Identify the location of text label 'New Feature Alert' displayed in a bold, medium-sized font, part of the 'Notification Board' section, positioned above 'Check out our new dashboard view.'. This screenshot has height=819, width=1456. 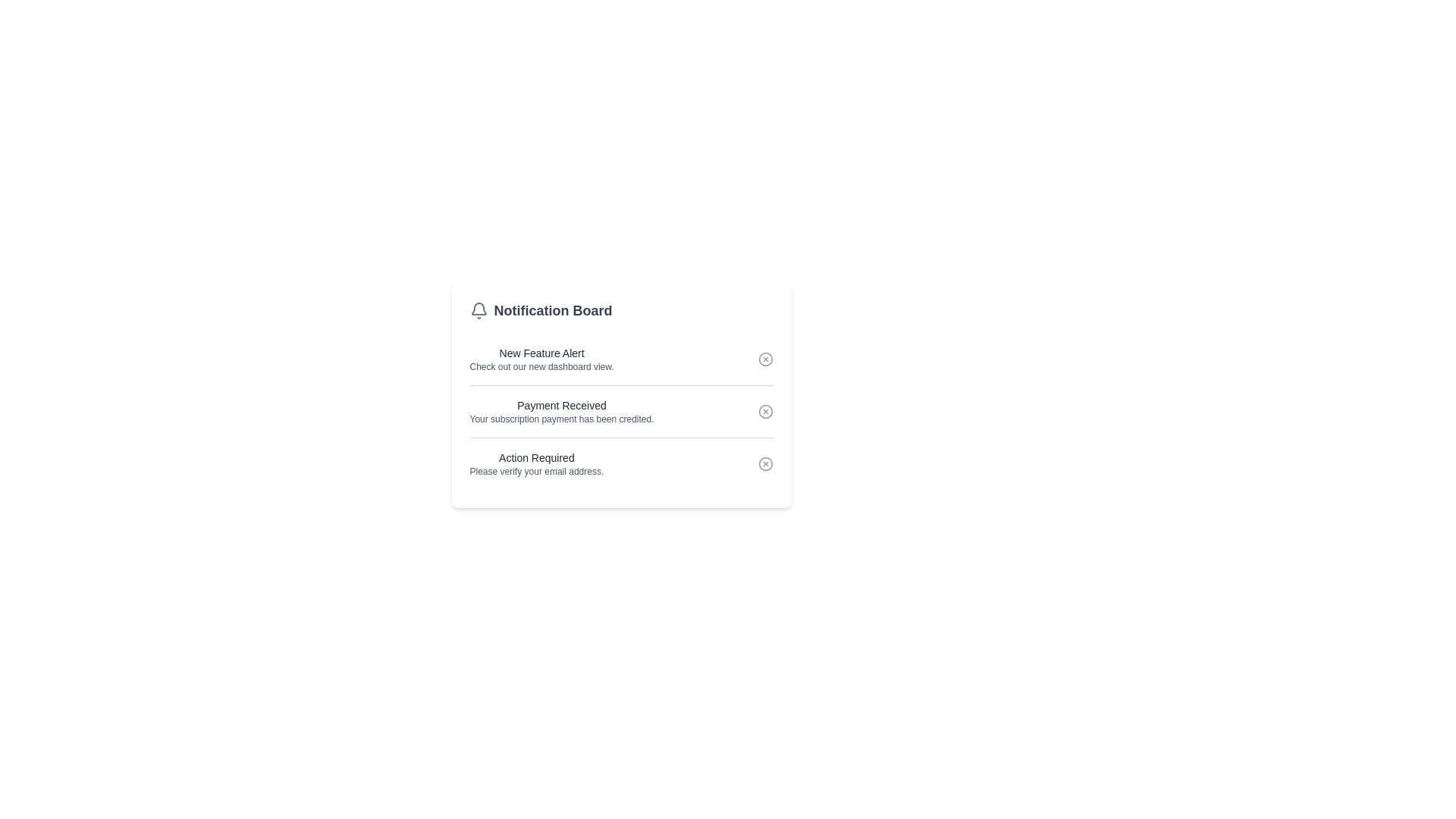
(541, 353).